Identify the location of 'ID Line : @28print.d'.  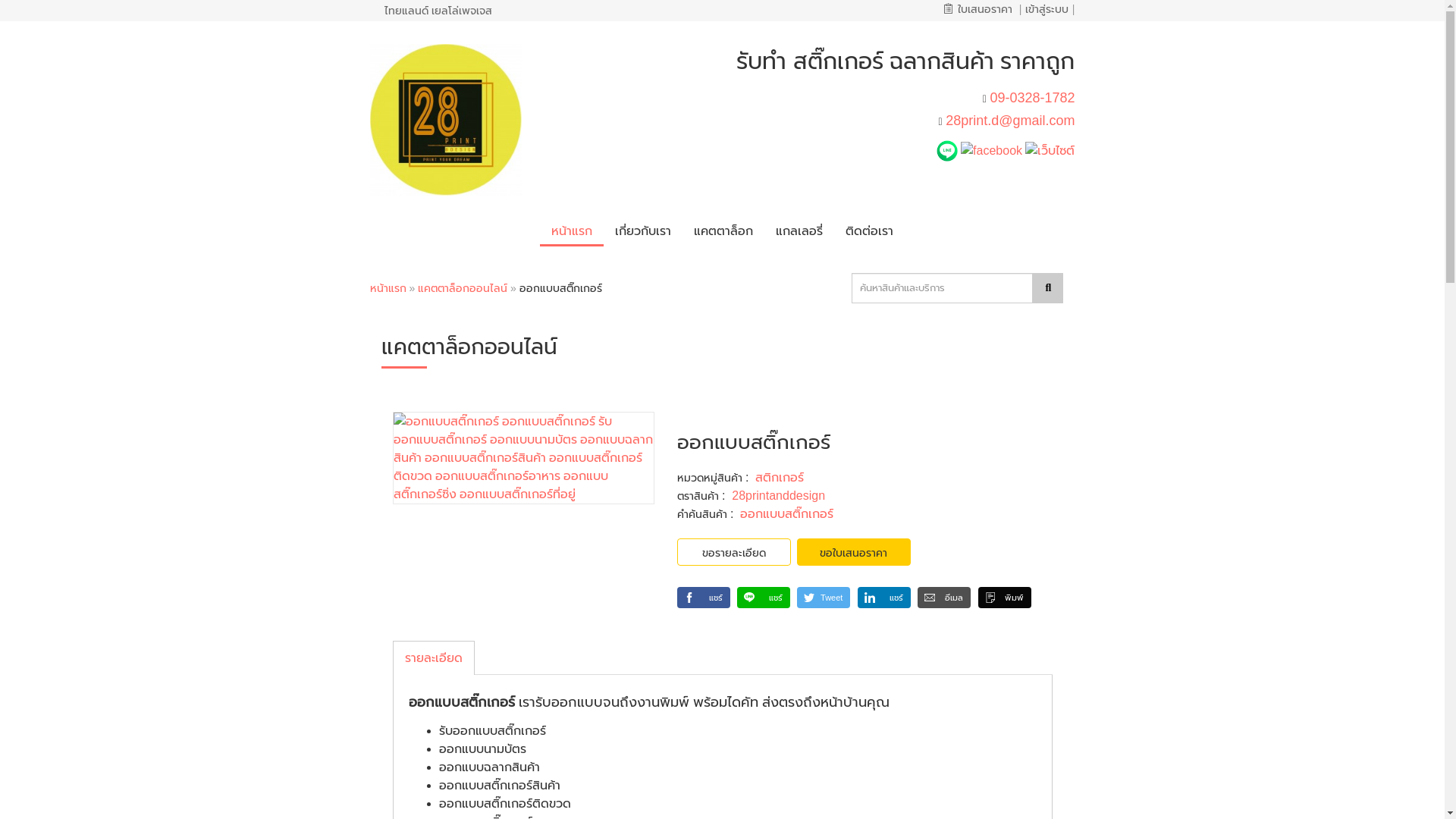
(948, 149).